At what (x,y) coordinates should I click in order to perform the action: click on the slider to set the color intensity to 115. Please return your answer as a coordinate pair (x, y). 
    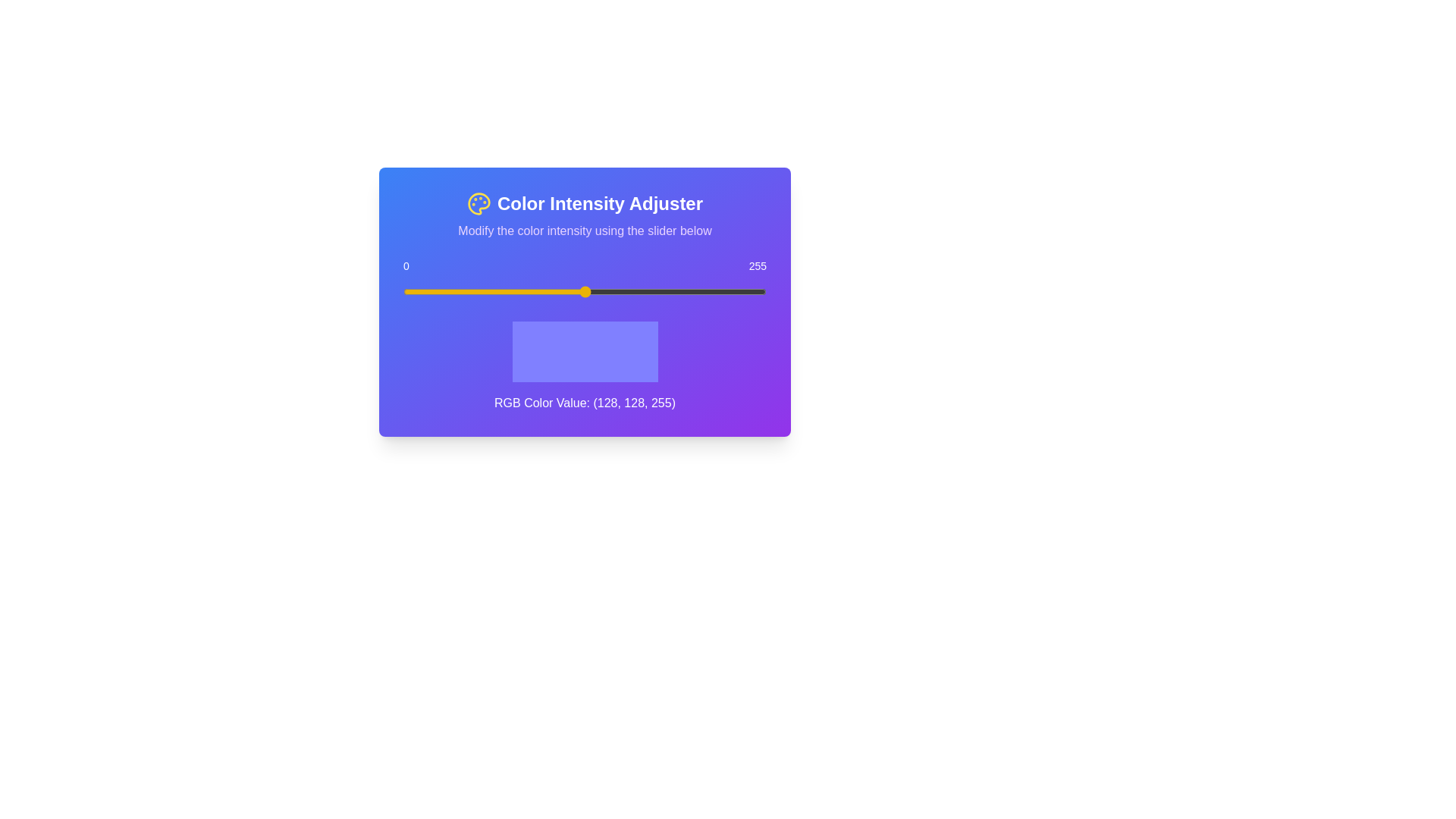
    Looking at the image, I should click on (566, 292).